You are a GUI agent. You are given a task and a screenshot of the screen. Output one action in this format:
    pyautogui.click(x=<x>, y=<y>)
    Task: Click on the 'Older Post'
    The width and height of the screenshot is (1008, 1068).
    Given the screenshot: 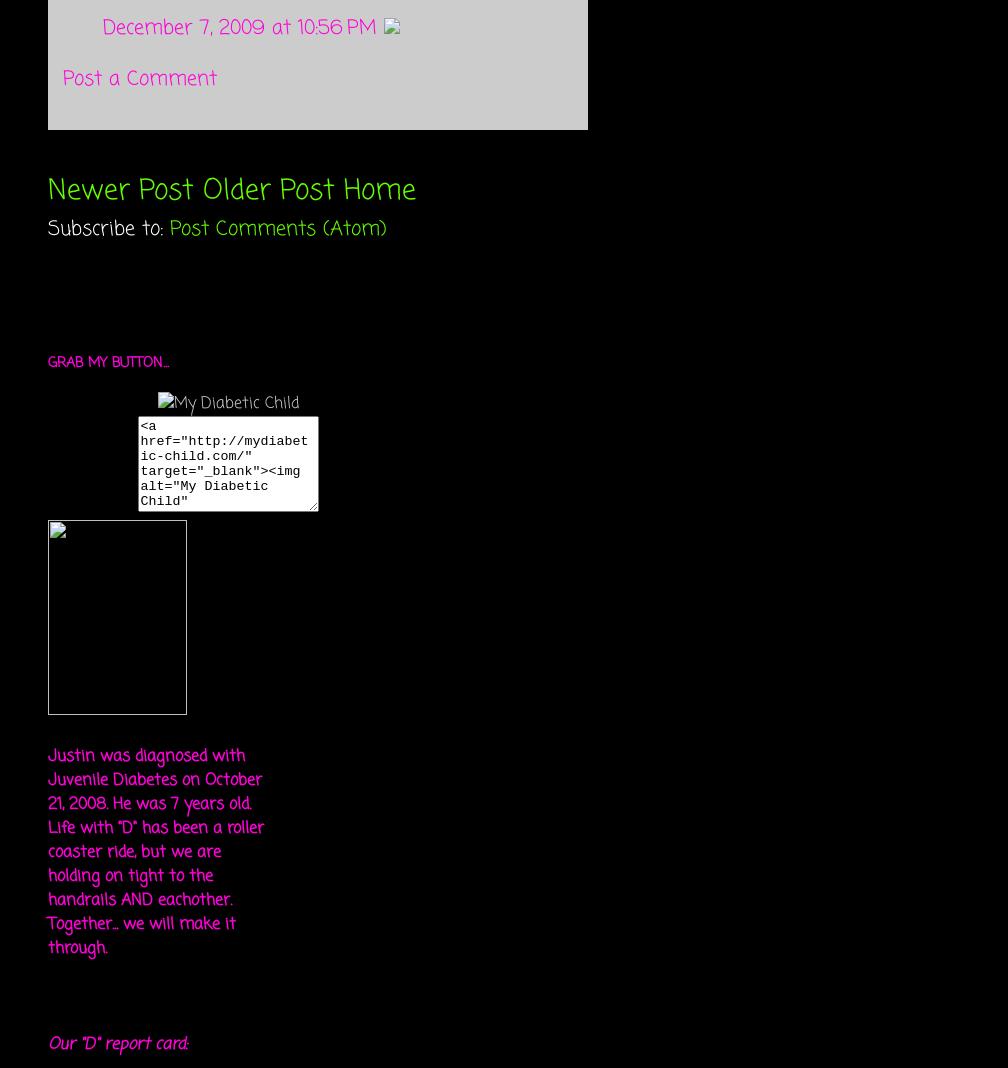 What is the action you would take?
    pyautogui.click(x=269, y=190)
    